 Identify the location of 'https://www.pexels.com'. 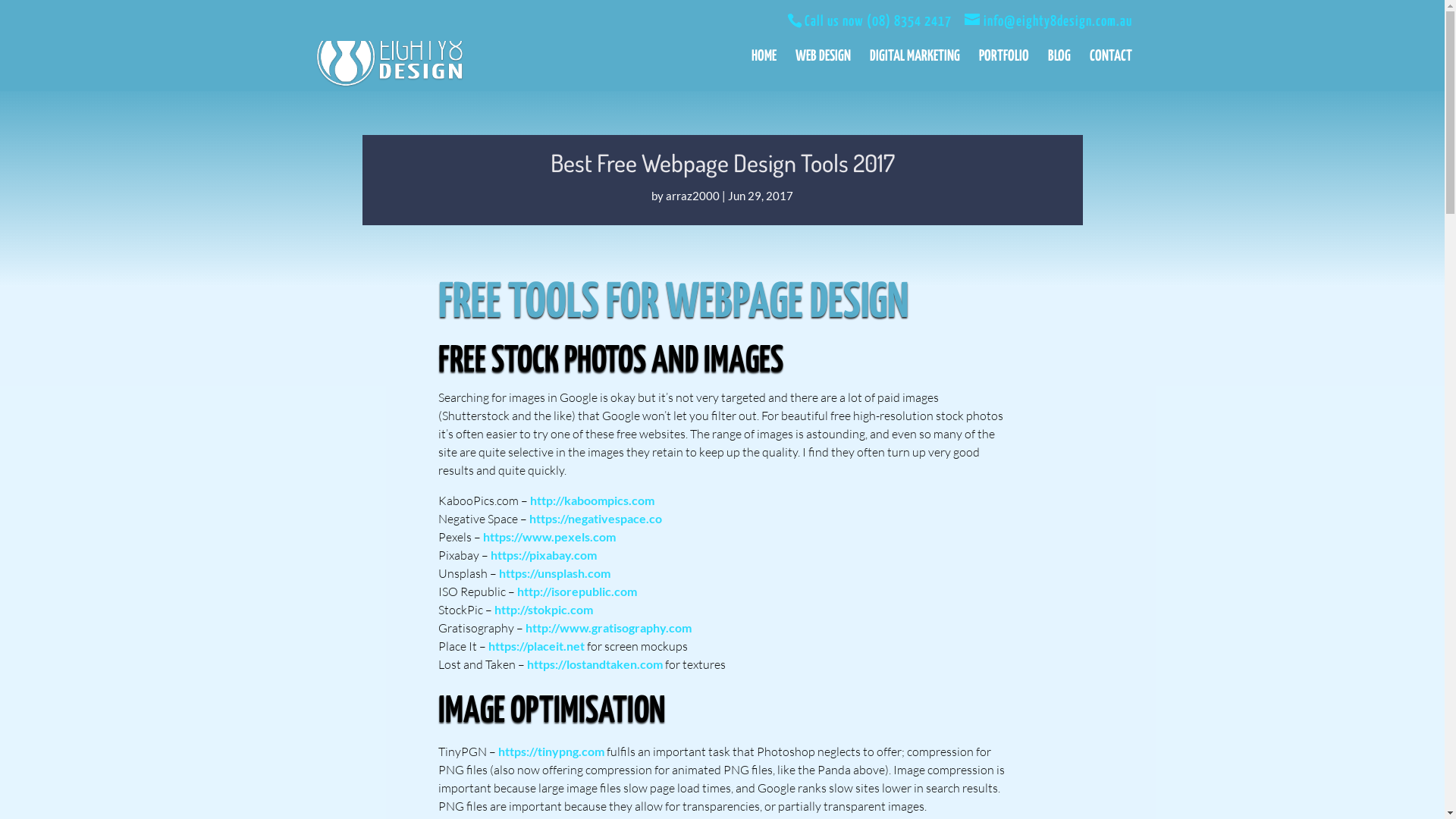
(548, 535).